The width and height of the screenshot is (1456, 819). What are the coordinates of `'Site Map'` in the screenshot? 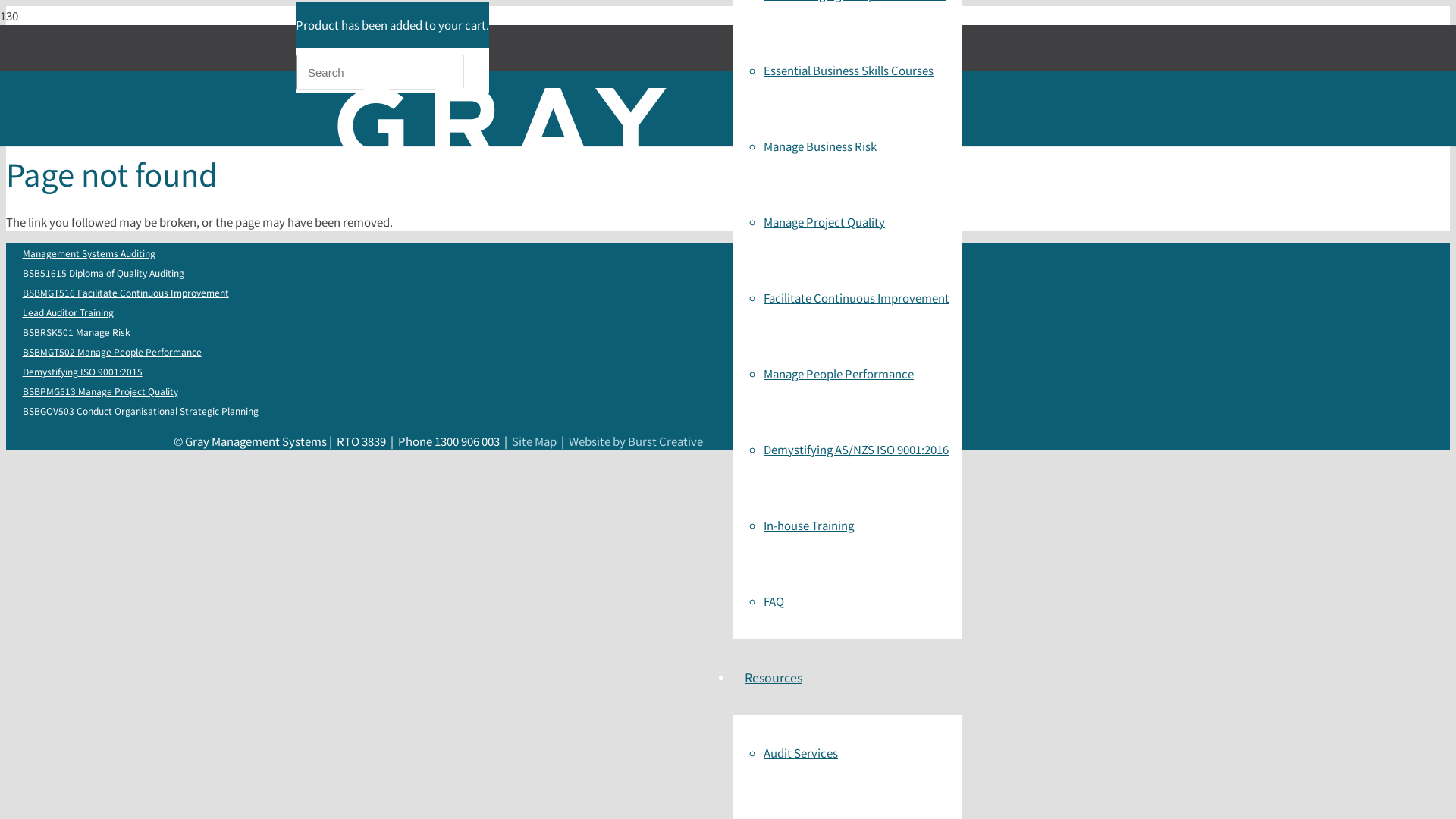 It's located at (512, 441).